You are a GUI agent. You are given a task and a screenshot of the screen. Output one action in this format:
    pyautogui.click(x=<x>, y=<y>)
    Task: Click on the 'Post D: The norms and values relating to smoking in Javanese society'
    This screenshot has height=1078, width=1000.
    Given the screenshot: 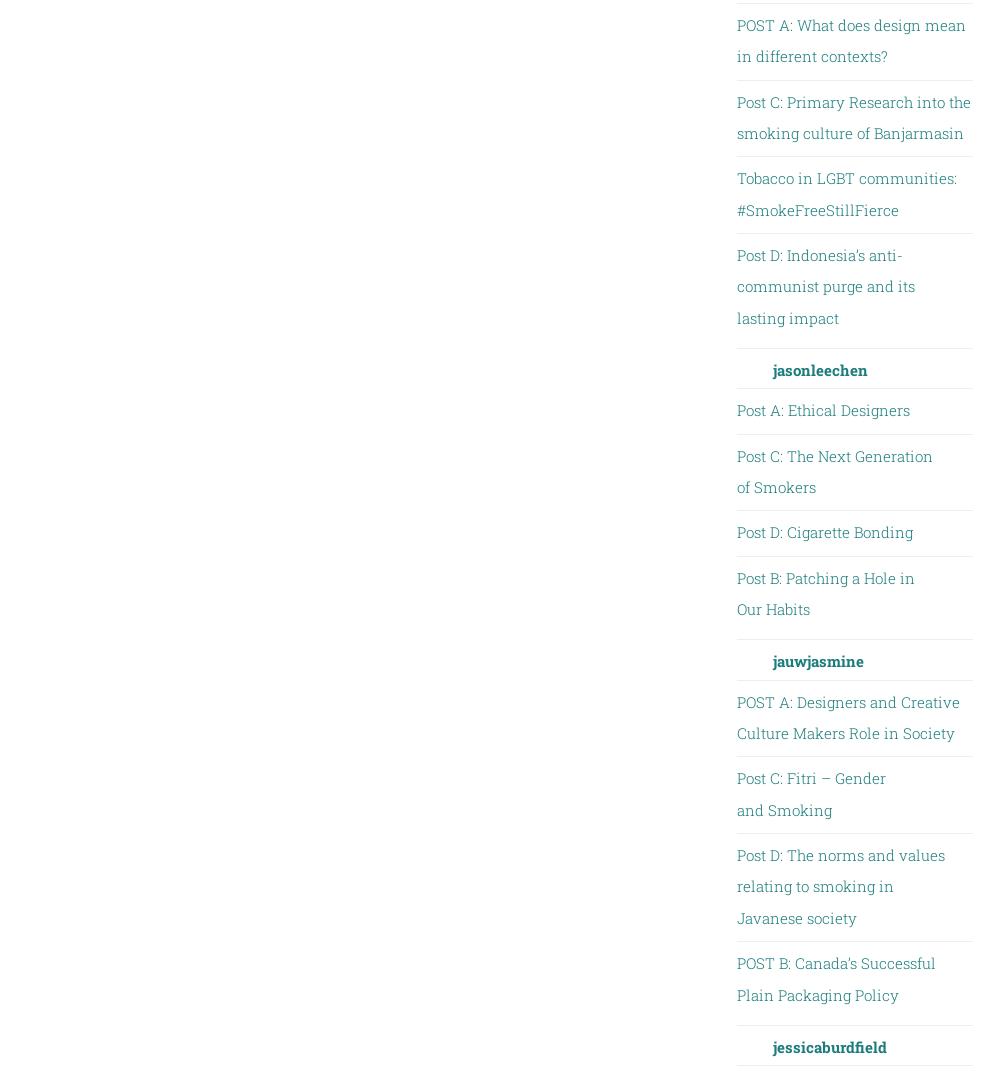 What is the action you would take?
    pyautogui.click(x=839, y=885)
    